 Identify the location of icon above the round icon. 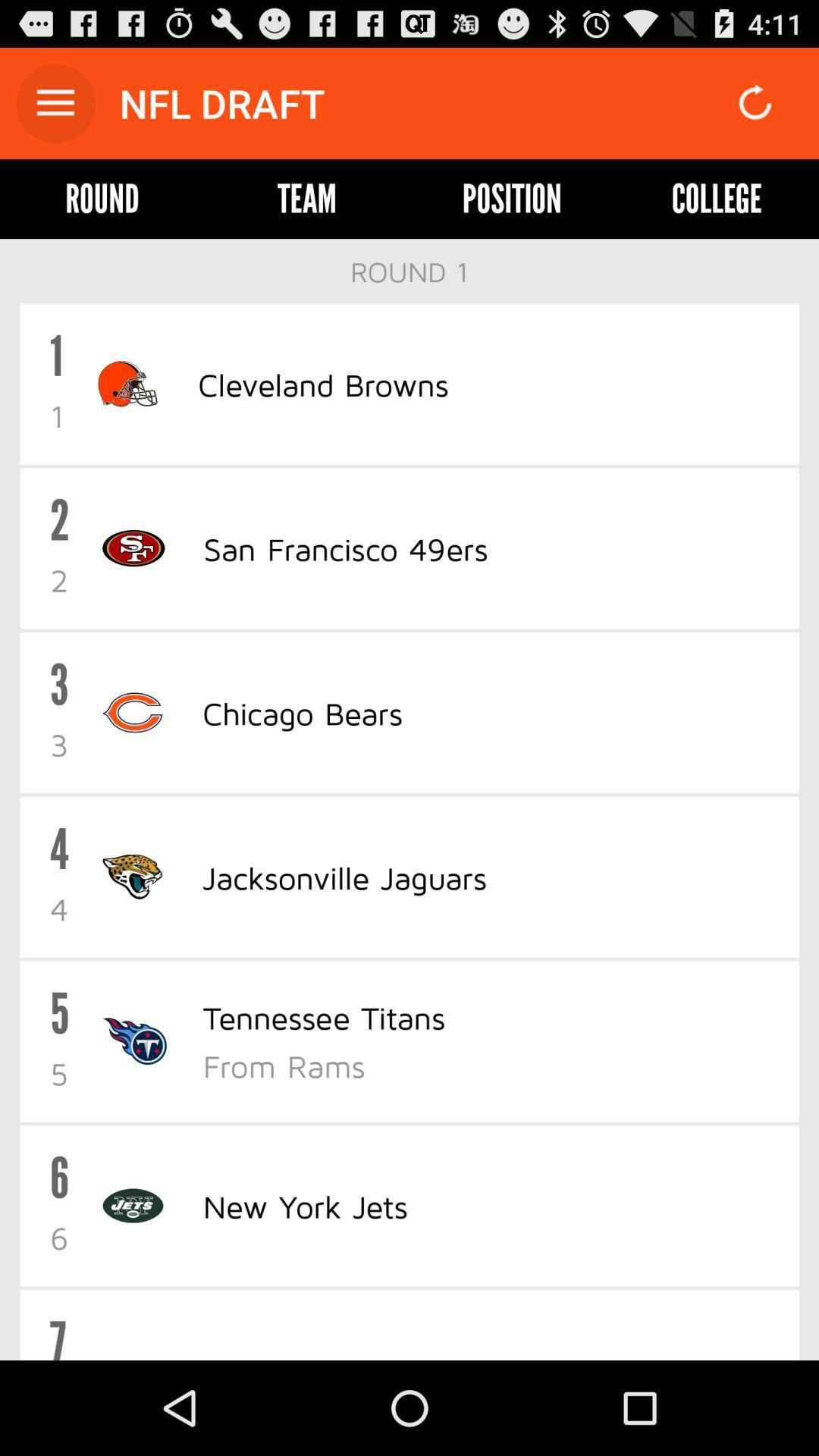
(55, 102).